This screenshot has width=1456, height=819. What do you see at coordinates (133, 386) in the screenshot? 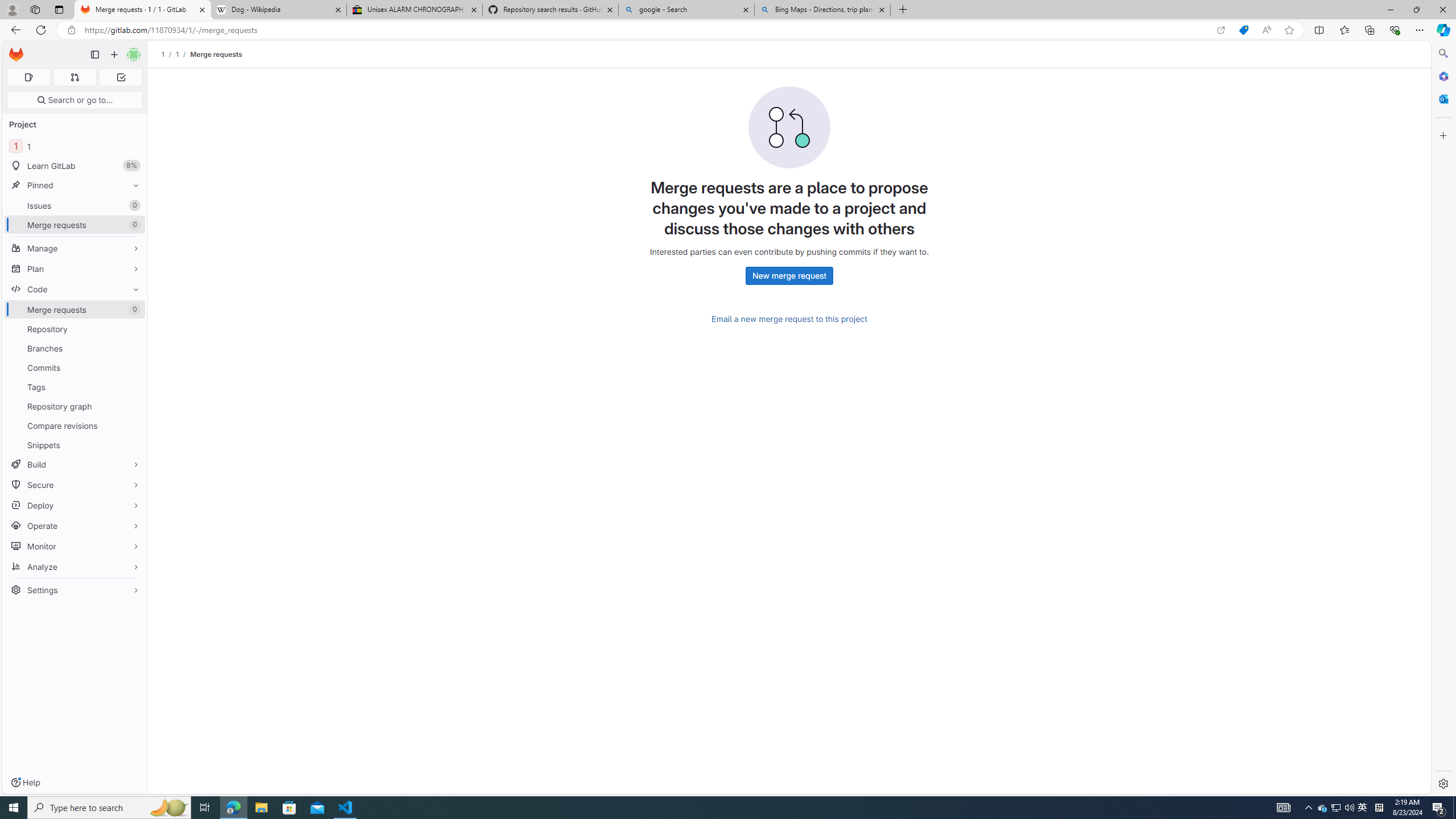
I see `'Pin Tags'` at bounding box center [133, 386].